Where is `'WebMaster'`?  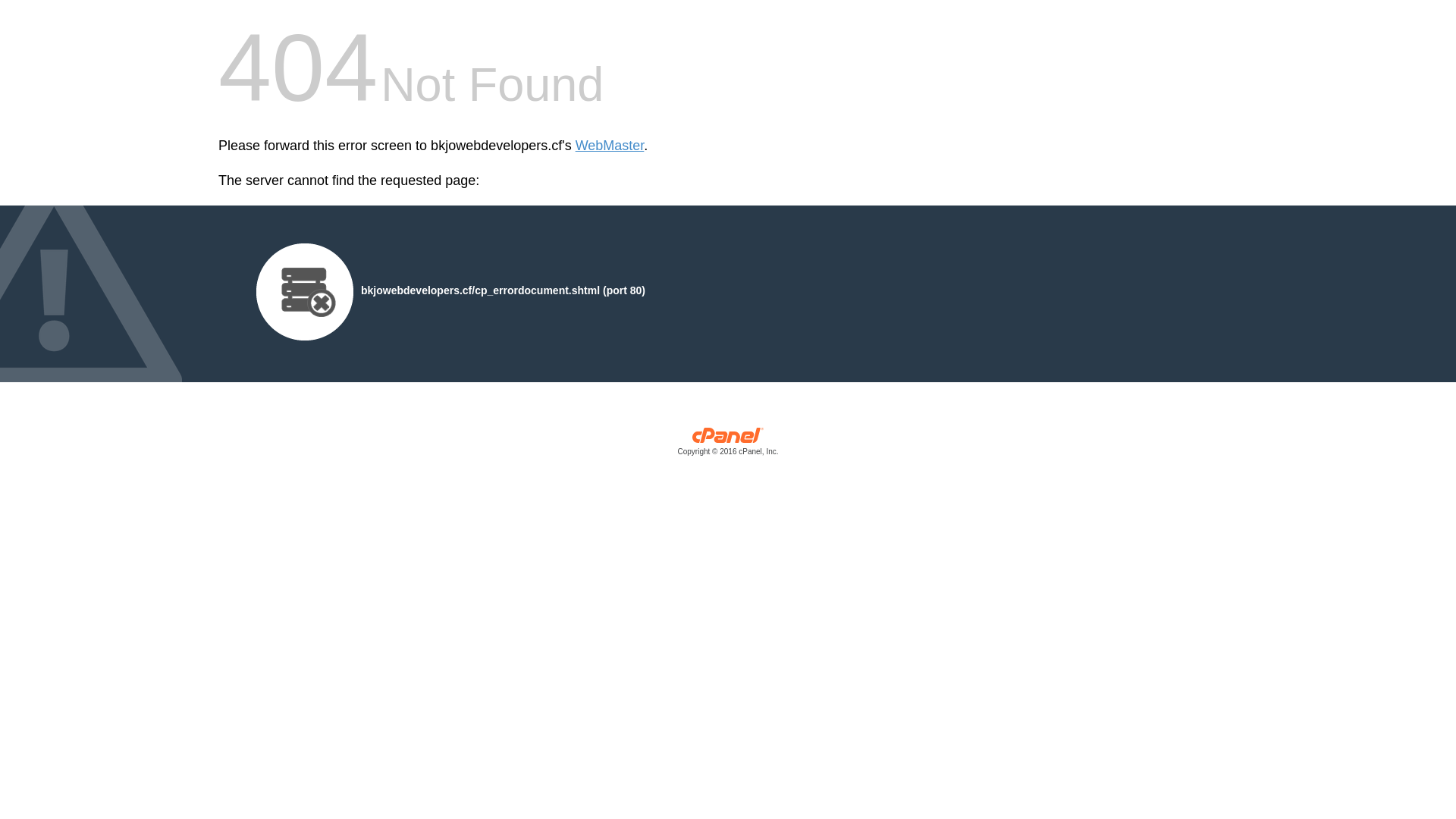
'WebMaster' is located at coordinates (610, 146).